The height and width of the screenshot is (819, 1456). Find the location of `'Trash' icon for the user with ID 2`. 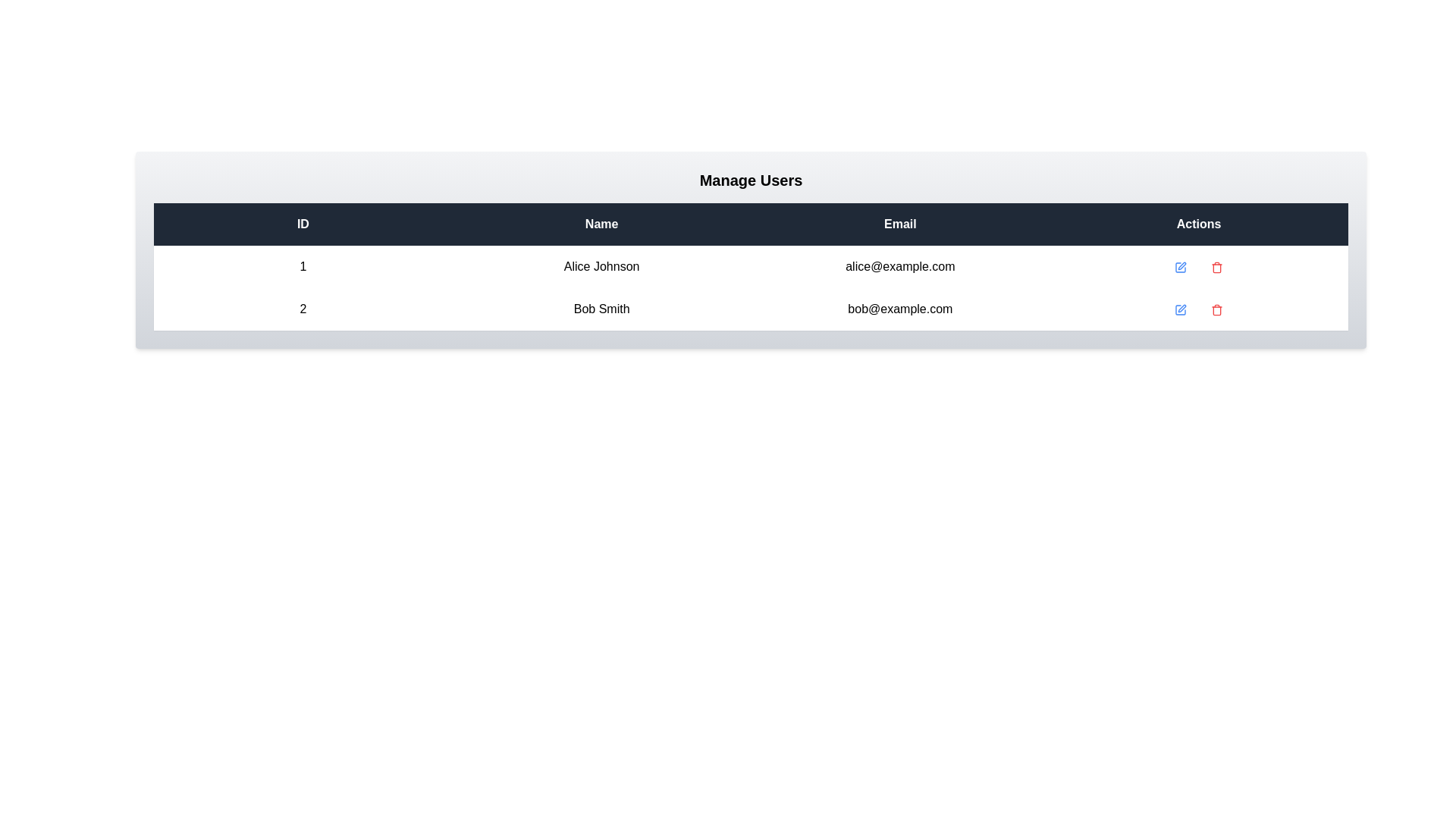

'Trash' icon for the user with ID 2 is located at coordinates (1217, 309).